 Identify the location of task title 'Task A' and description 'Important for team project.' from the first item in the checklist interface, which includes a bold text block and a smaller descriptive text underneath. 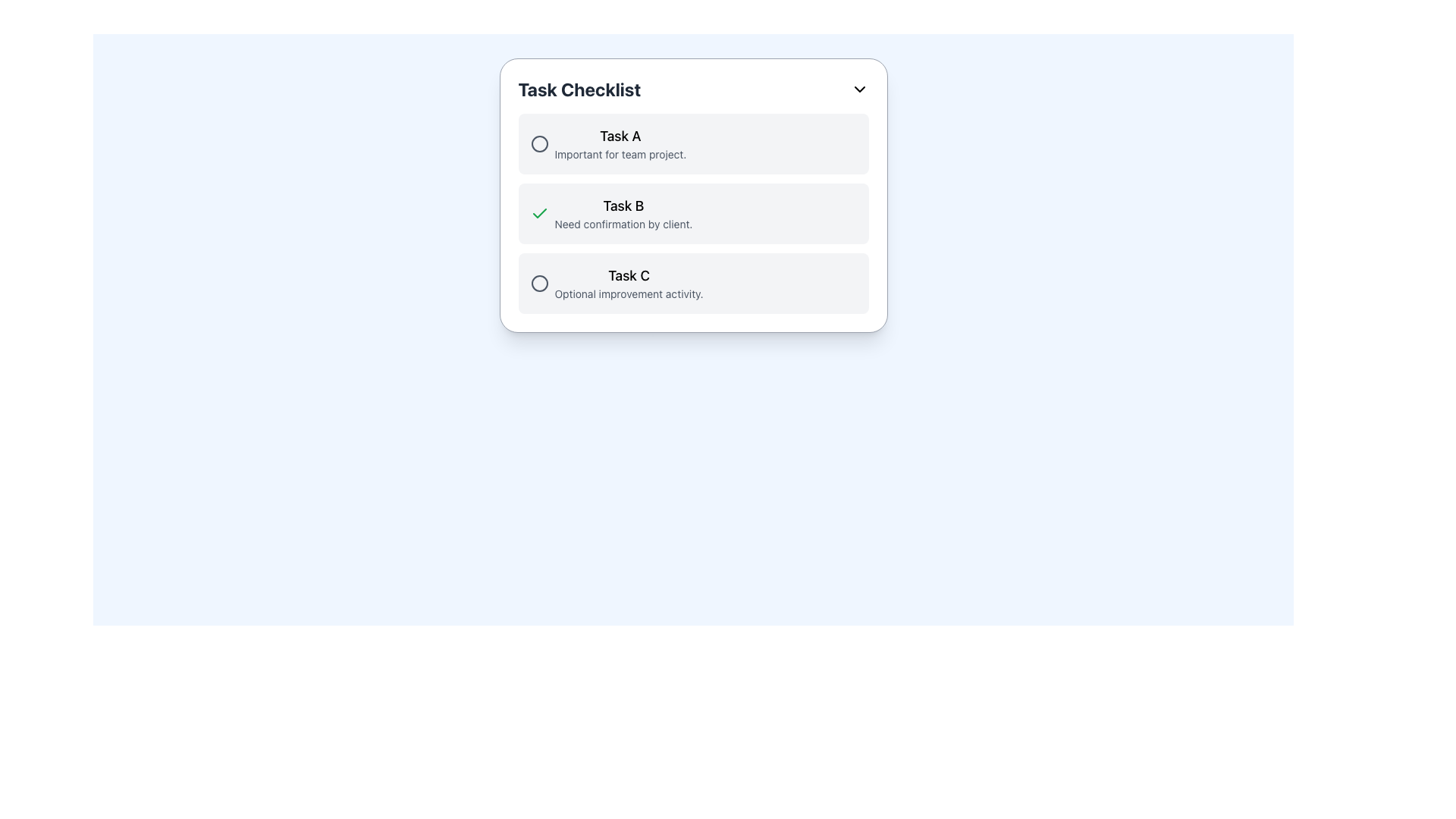
(620, 143).